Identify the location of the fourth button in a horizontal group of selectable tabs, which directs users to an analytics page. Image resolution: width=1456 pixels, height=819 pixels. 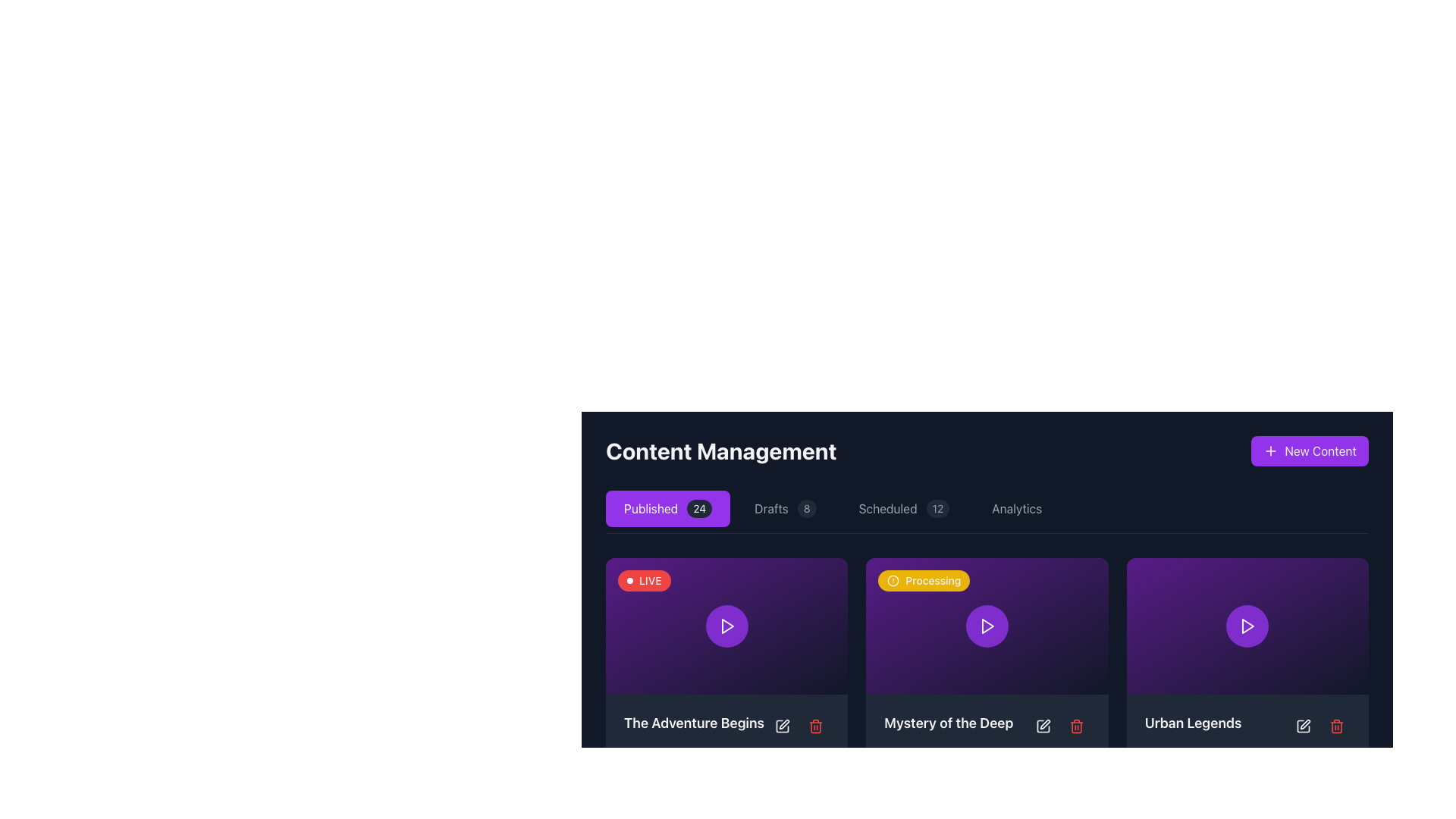
(1017, 509).